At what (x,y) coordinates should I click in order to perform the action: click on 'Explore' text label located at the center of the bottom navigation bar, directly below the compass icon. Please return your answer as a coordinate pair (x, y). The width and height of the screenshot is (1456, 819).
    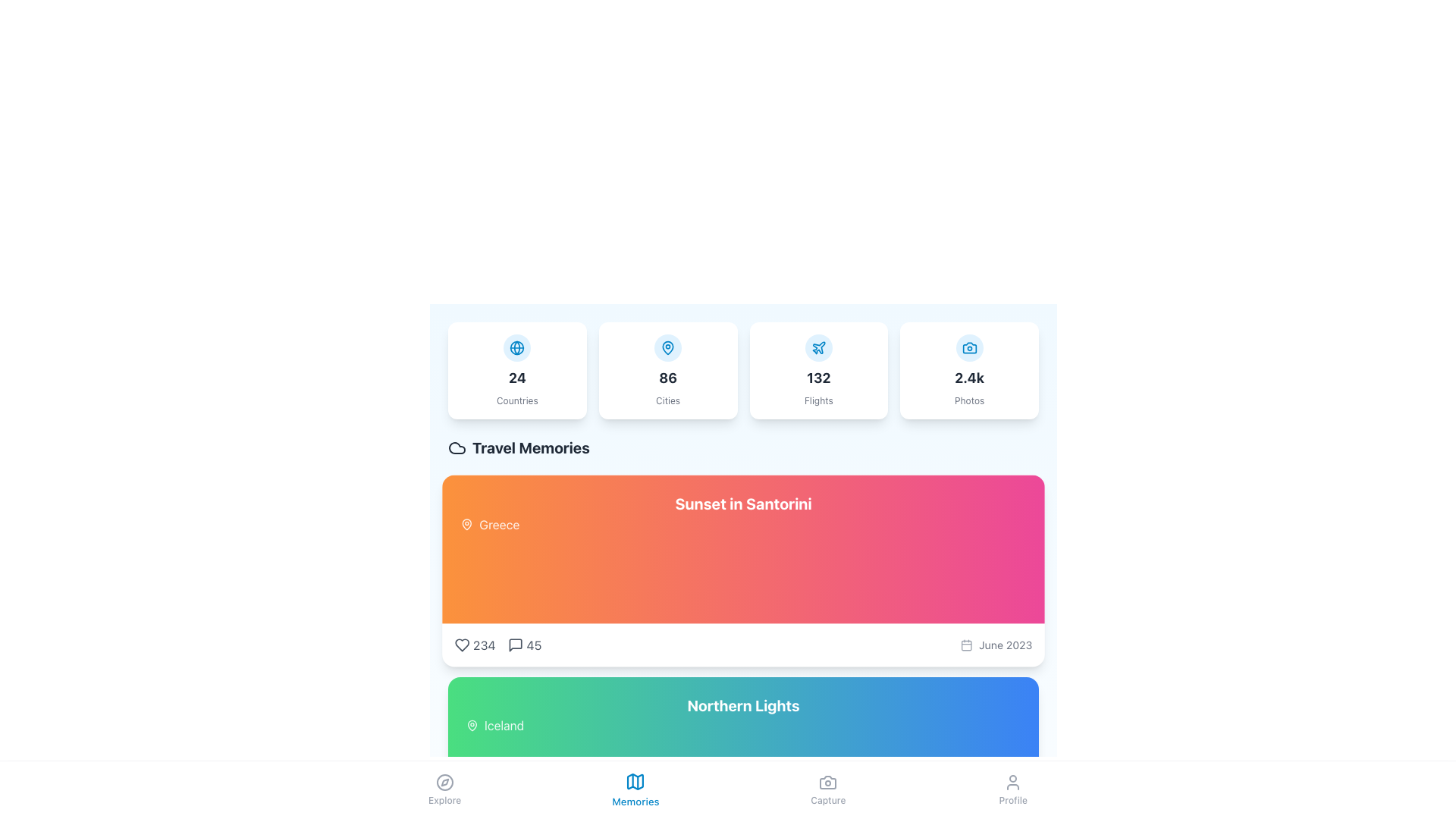
    Looking at the image, I should click on (444, 800).